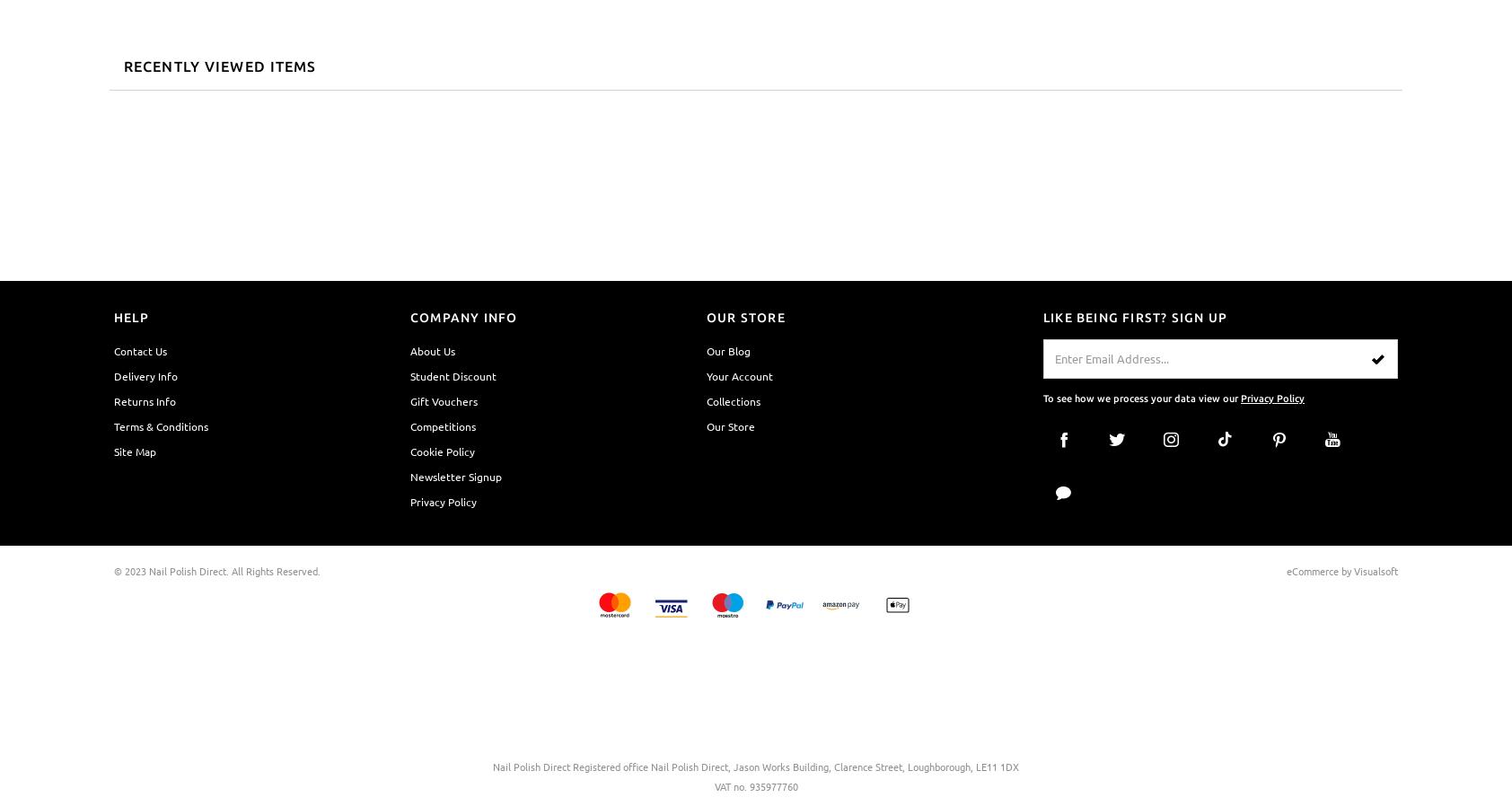 The width and height of the screenshot is (1512, 806). What do you see at coordinates (454, 475) in the screenshot?
I see `'Newsletter Signup'` at bounding box center [454, 475].